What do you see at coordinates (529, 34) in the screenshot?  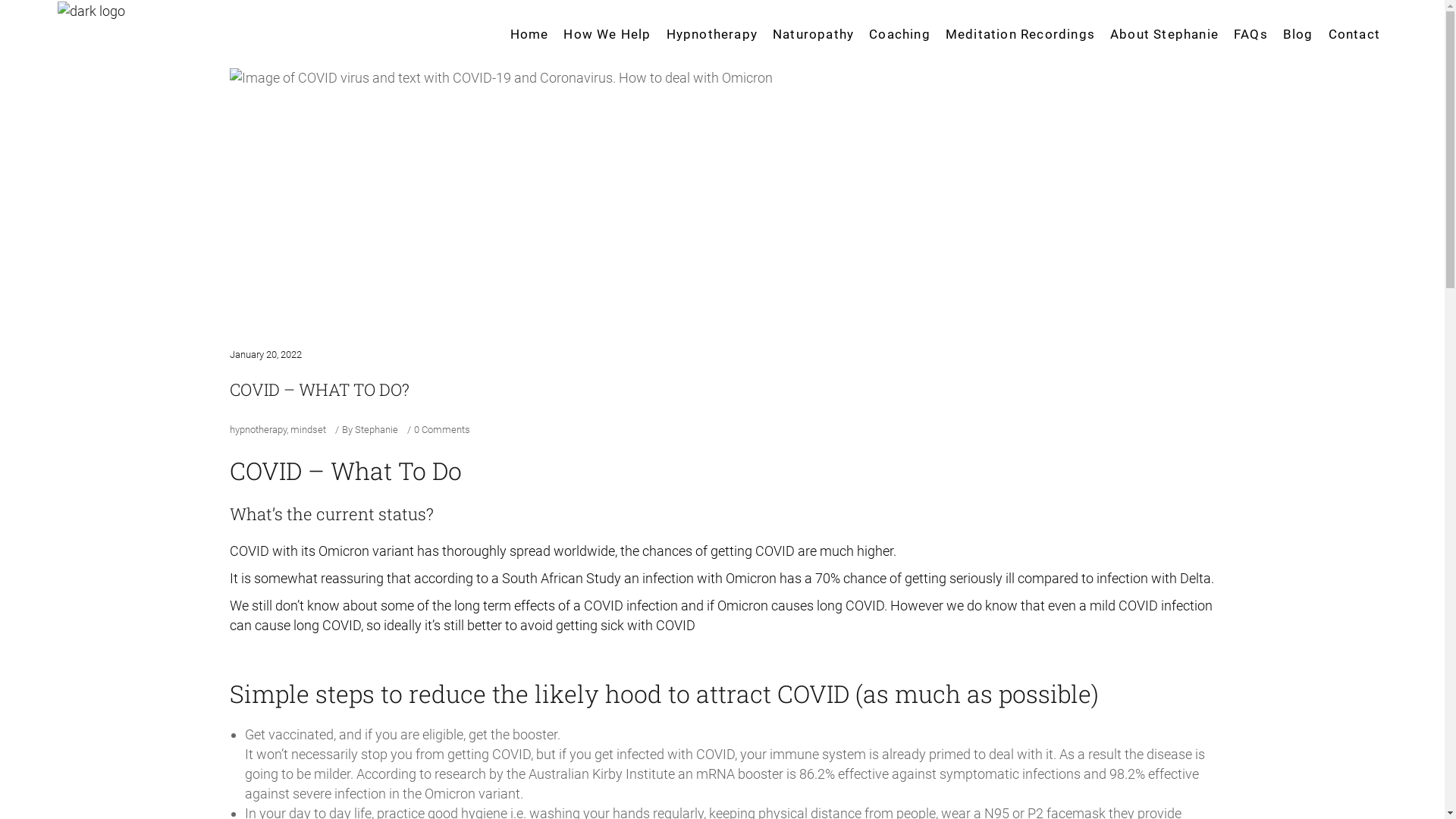 I see `'Home'` at bounding box center [529, 34].